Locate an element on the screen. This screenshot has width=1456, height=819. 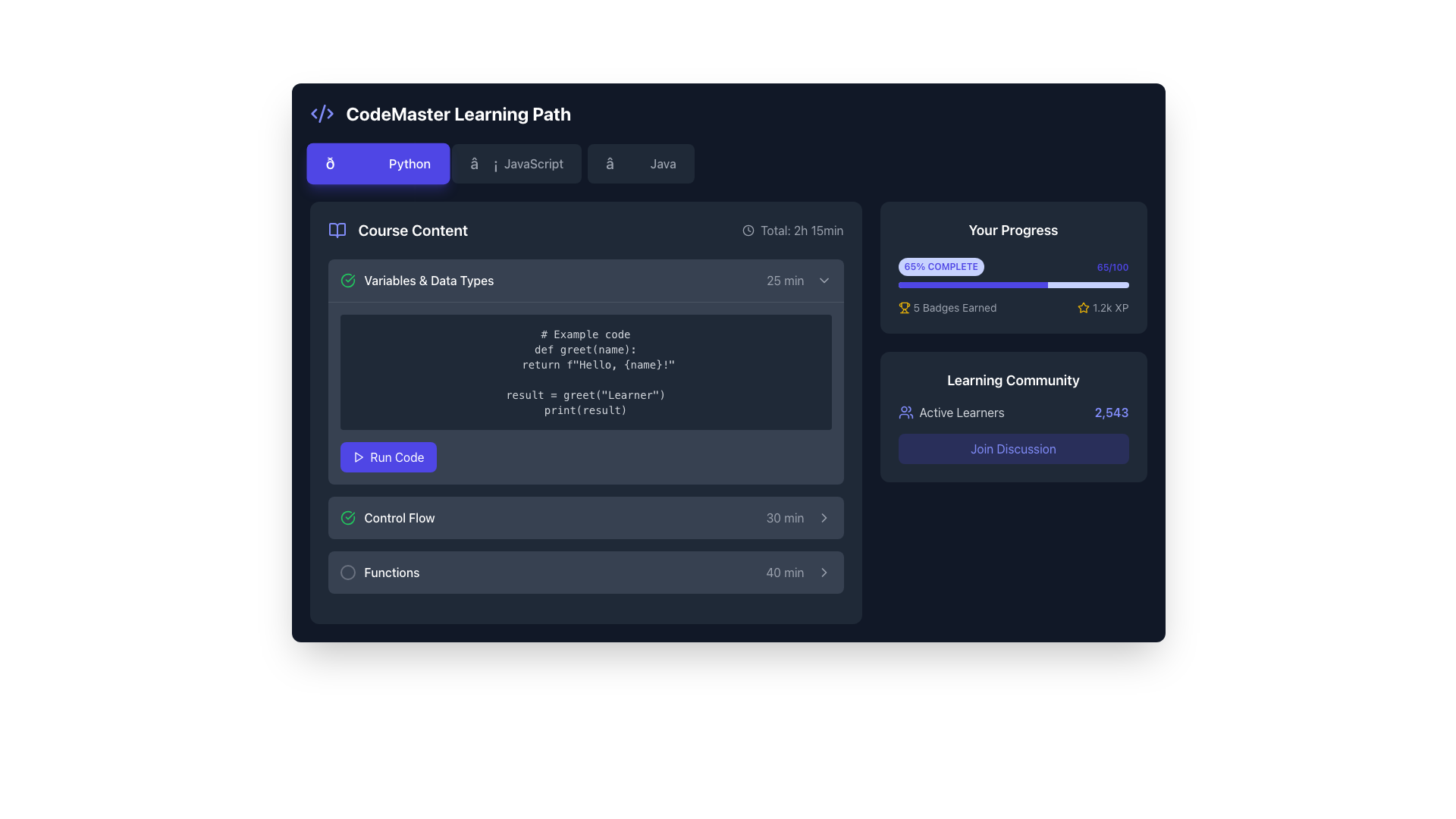
the clickable button with a label and icon located at the bottom of the 'Example code' snippet to observe any visual changes is located at coordinates (388, 456).